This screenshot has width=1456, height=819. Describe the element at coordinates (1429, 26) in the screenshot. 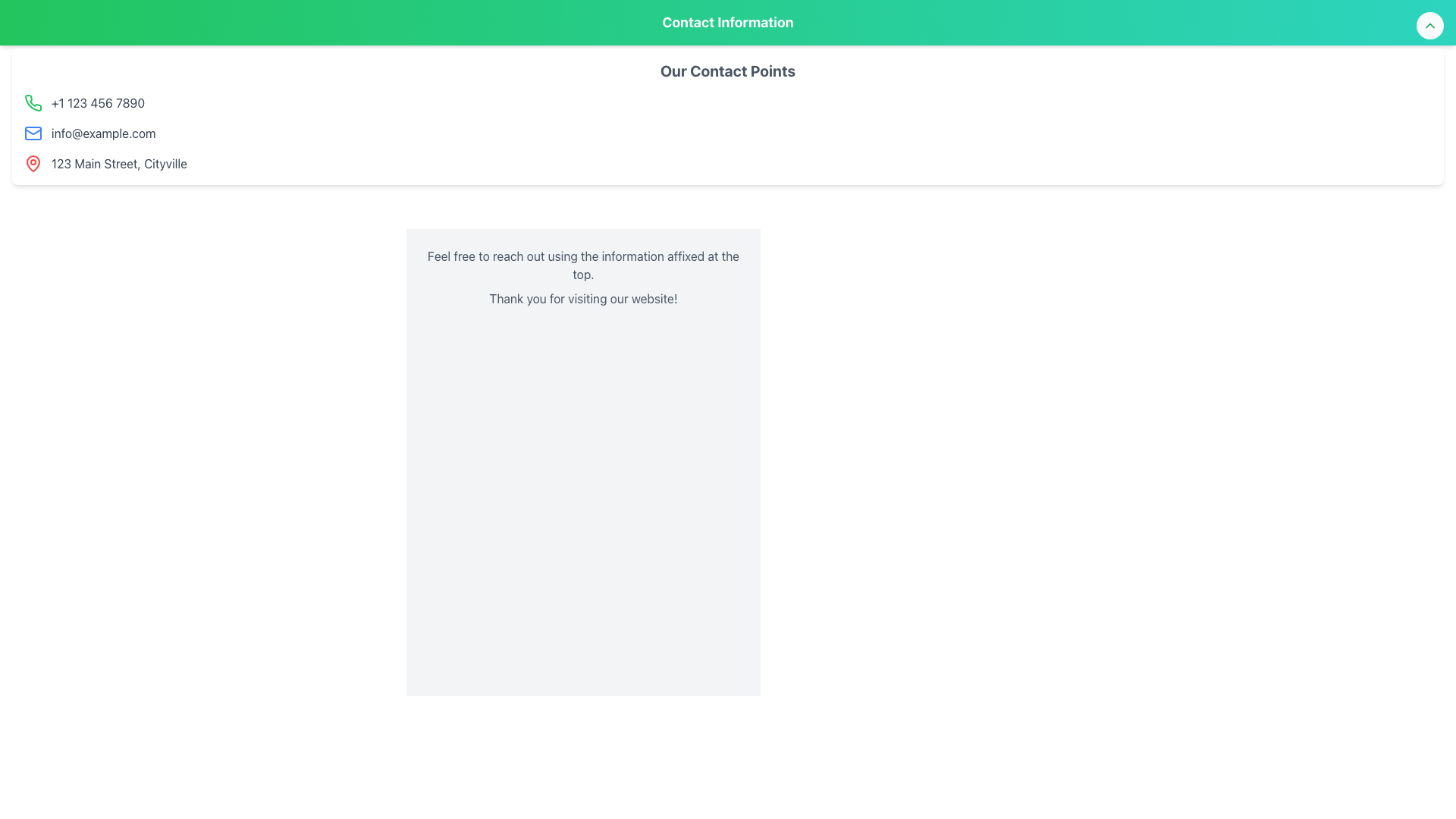

I see `the 'scroll to top' button located in the top-right corner of the 'Contact Information' header` at that location.